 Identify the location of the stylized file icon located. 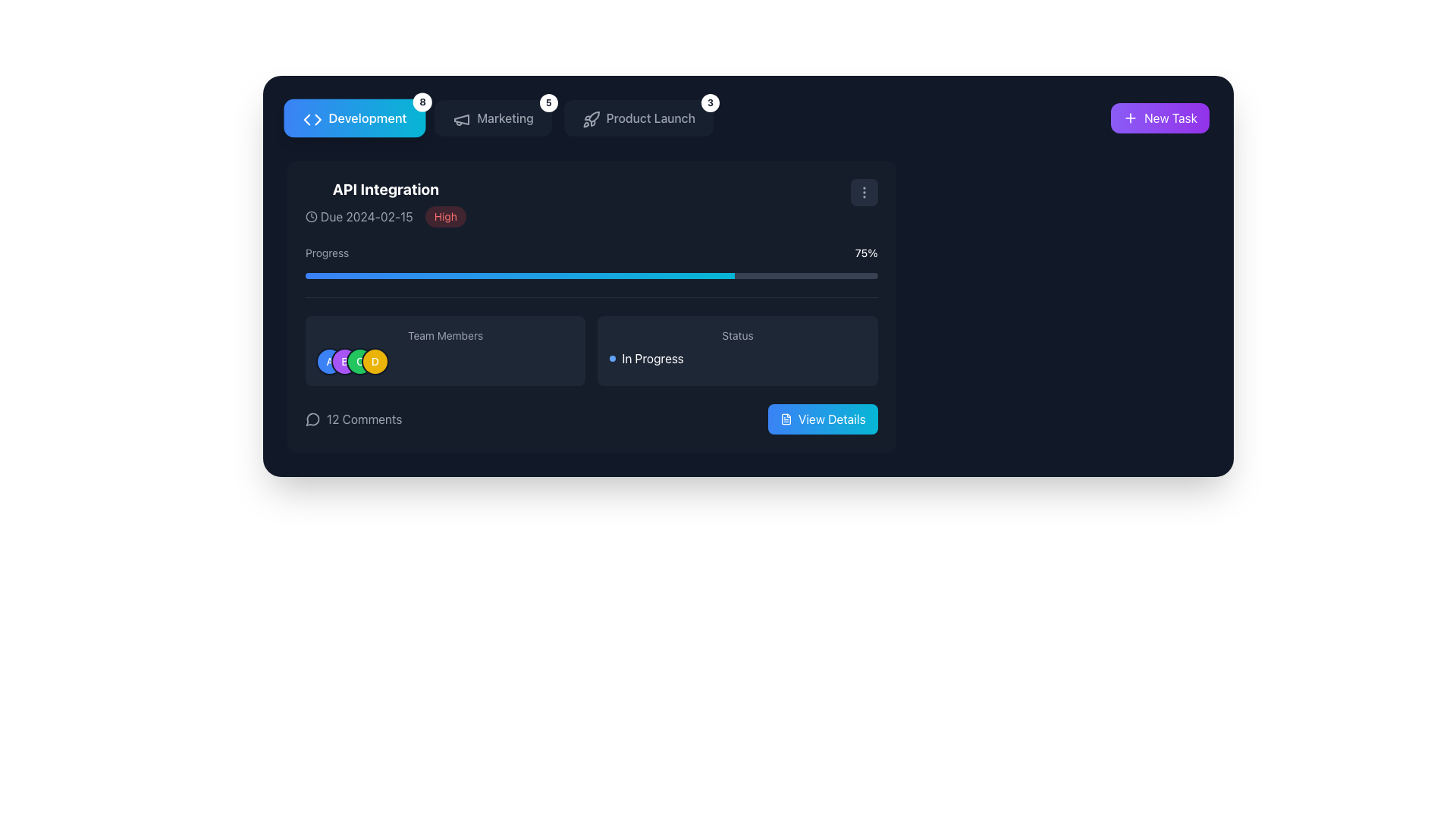
(786, 419).